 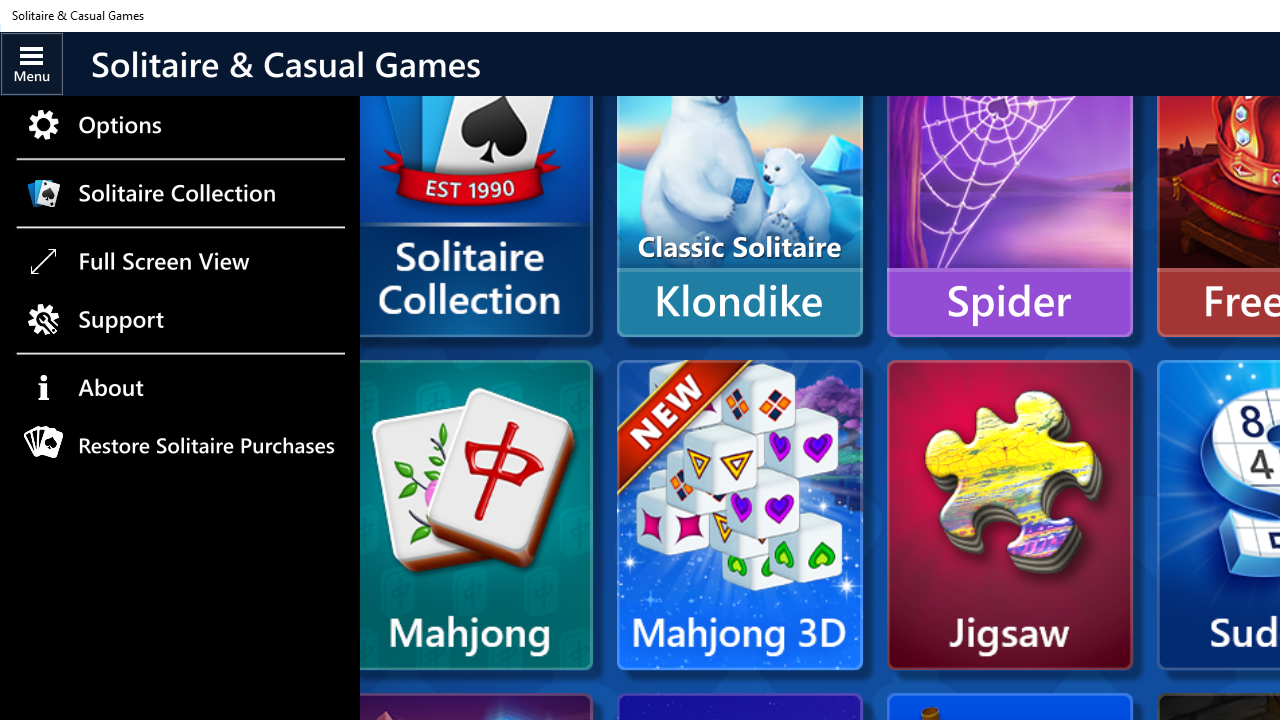 What do you see at coordinates (738, 514) in the screenshot?
I see `'Mahjong 3D'` at bounding box center [738, 514].